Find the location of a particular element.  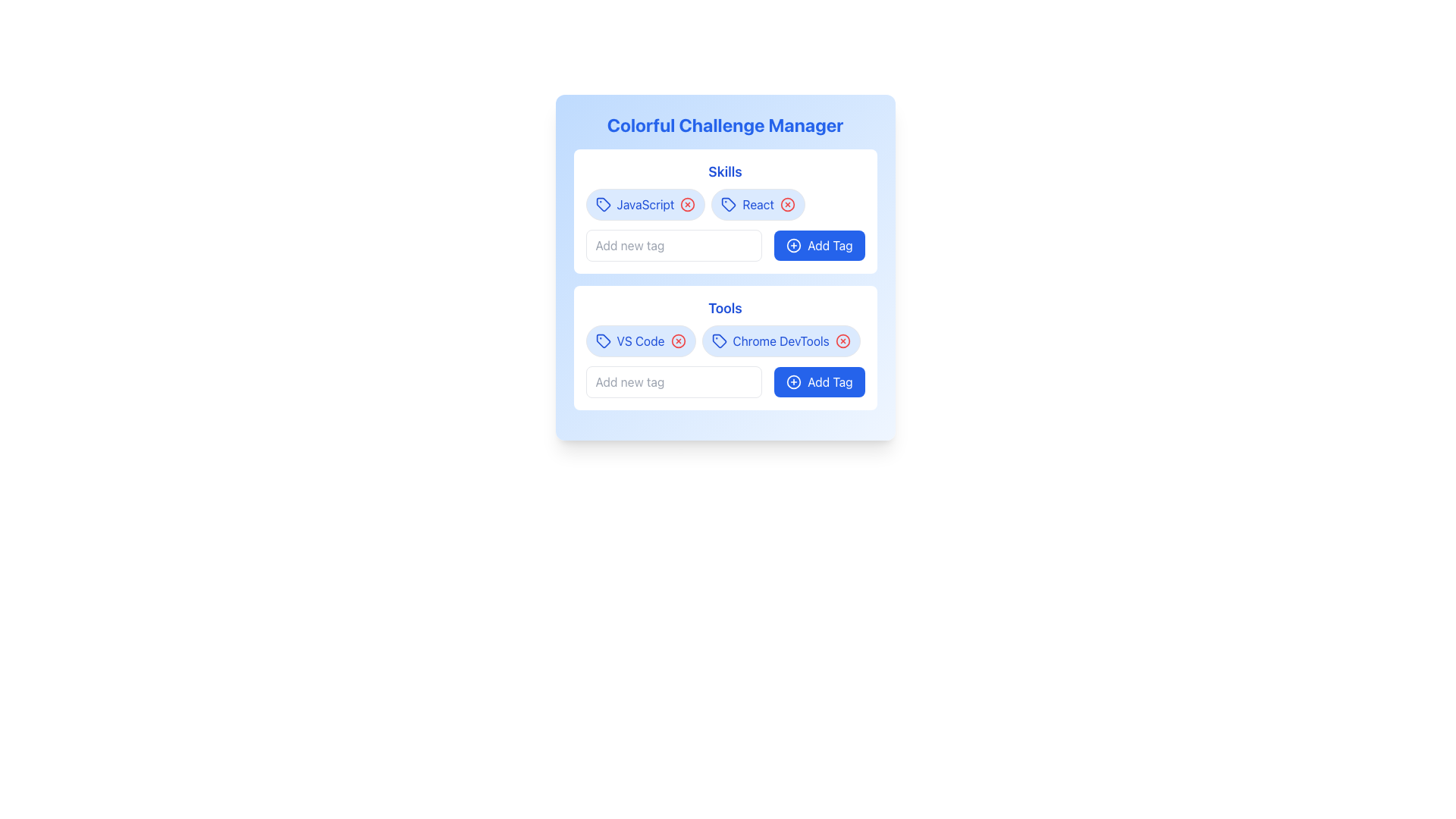

the 'JavaScript' skill label in the 'Skills' section of the 'Colorful Challenge Manager' card, which is the first tag in the row and is visually represented with an icon on its left is located at coordinates (645, 205).